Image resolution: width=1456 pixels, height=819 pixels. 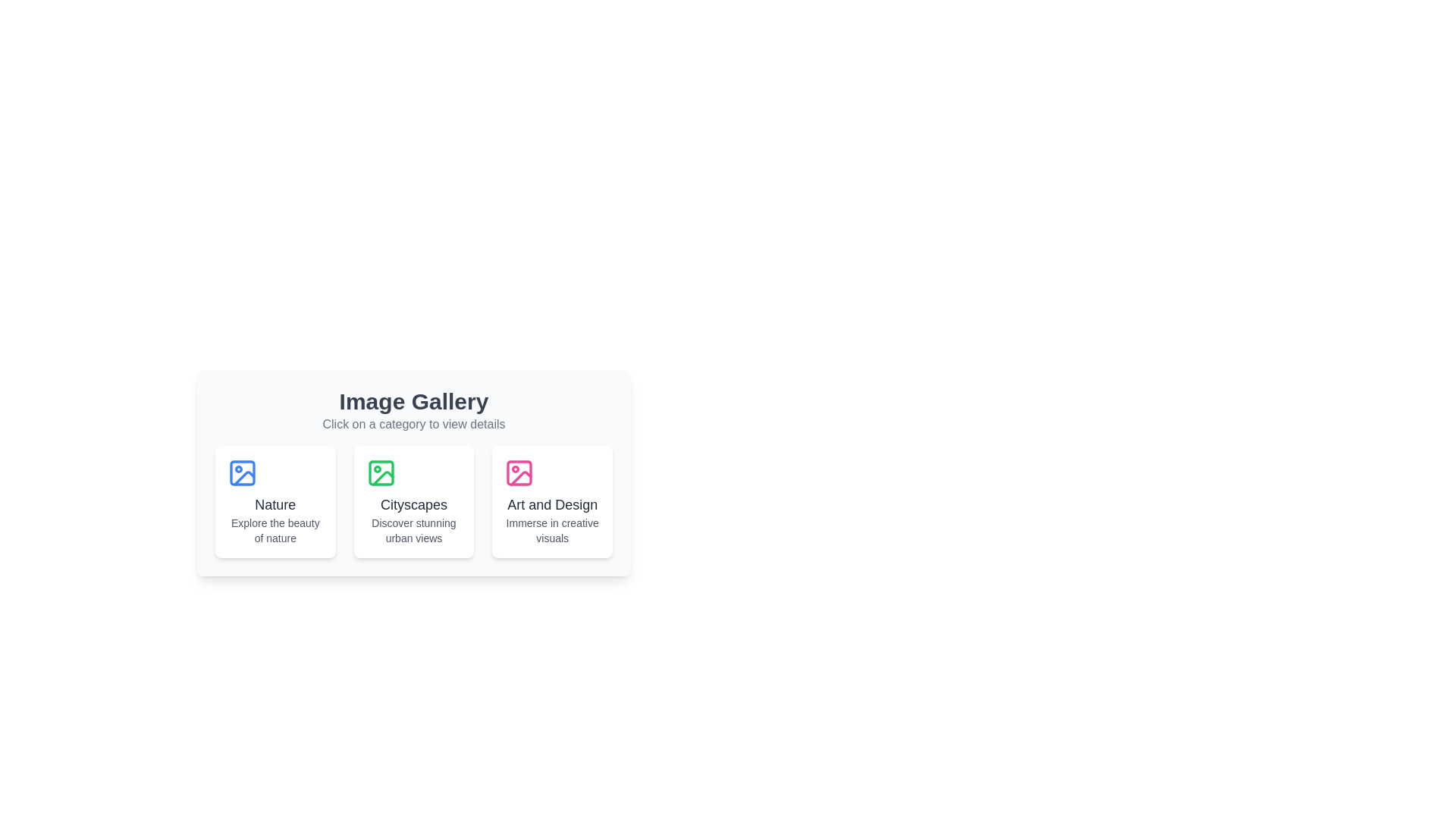 What do you see at coordinates (551, 529) in the screenshot?
I see `text 'Immerse in creative visuals' which is styled with a small font size and gray color, located below the title 'Art and Design' inside the card layout` at bounding box center [551, 529].